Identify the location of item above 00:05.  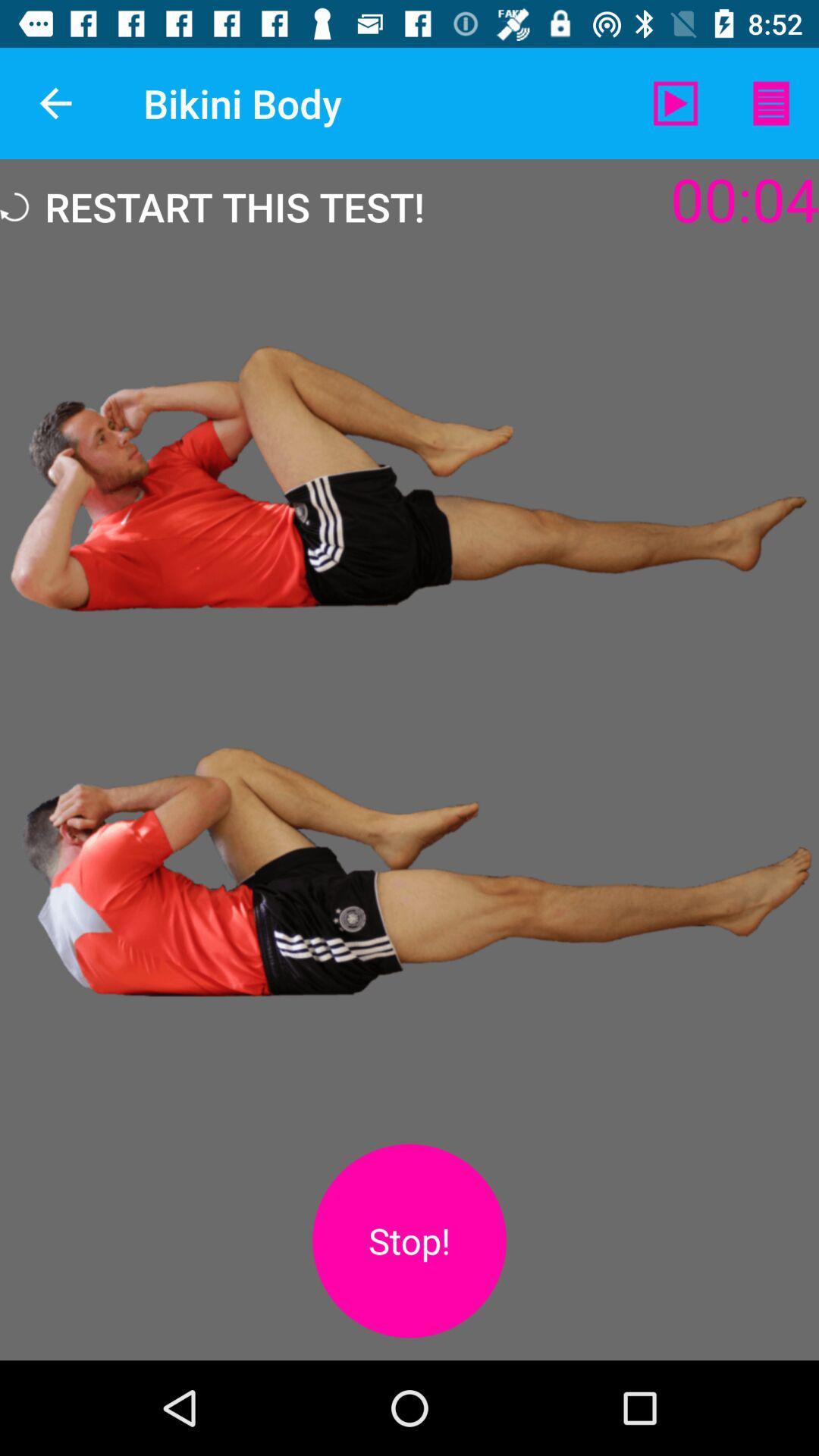
(771, 102).